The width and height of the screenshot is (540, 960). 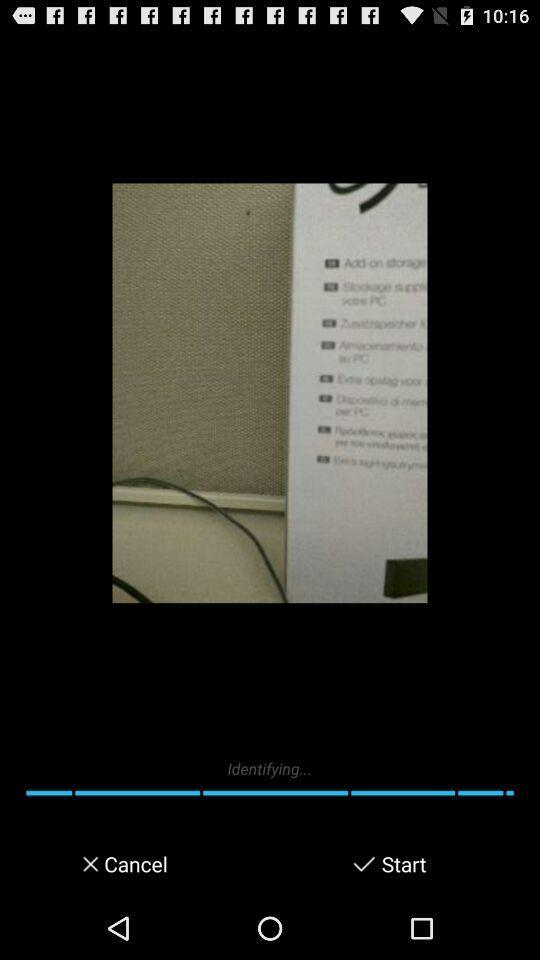 What do you see at coordinates (363, 863) in the screenshot?
I see `switch option` at bounding box center [363, 863].